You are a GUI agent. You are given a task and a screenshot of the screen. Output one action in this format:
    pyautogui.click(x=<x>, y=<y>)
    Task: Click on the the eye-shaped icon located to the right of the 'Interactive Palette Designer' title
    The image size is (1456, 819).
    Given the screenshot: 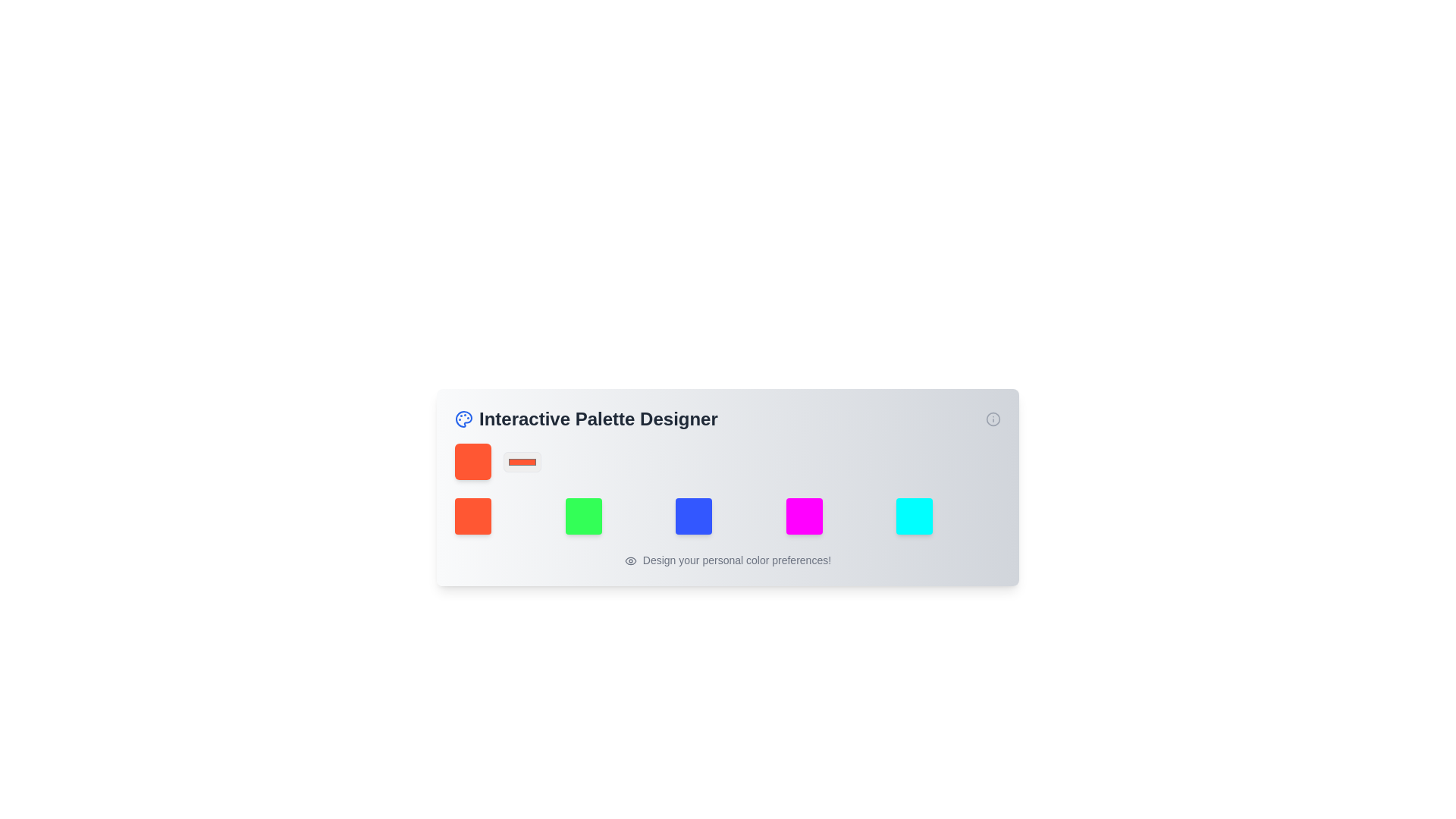 What is the action you would take?
    pyautogui.click(x=630, y=561)
    